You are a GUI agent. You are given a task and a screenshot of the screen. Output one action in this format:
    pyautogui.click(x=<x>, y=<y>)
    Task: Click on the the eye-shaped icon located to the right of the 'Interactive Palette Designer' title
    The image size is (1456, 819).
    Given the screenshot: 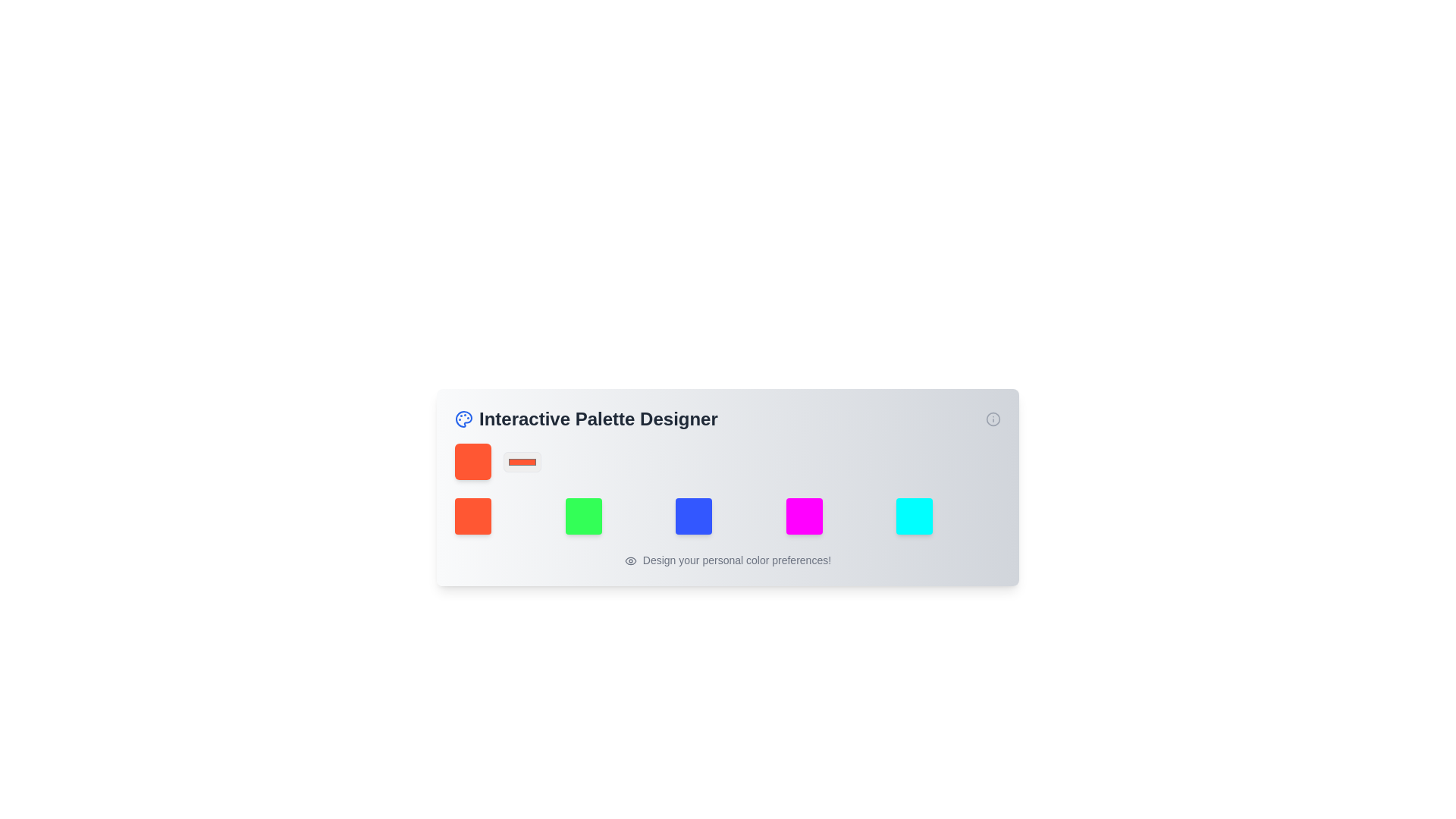 What is the action you would take?
    pyautogui.click(x=630, y=561)
    